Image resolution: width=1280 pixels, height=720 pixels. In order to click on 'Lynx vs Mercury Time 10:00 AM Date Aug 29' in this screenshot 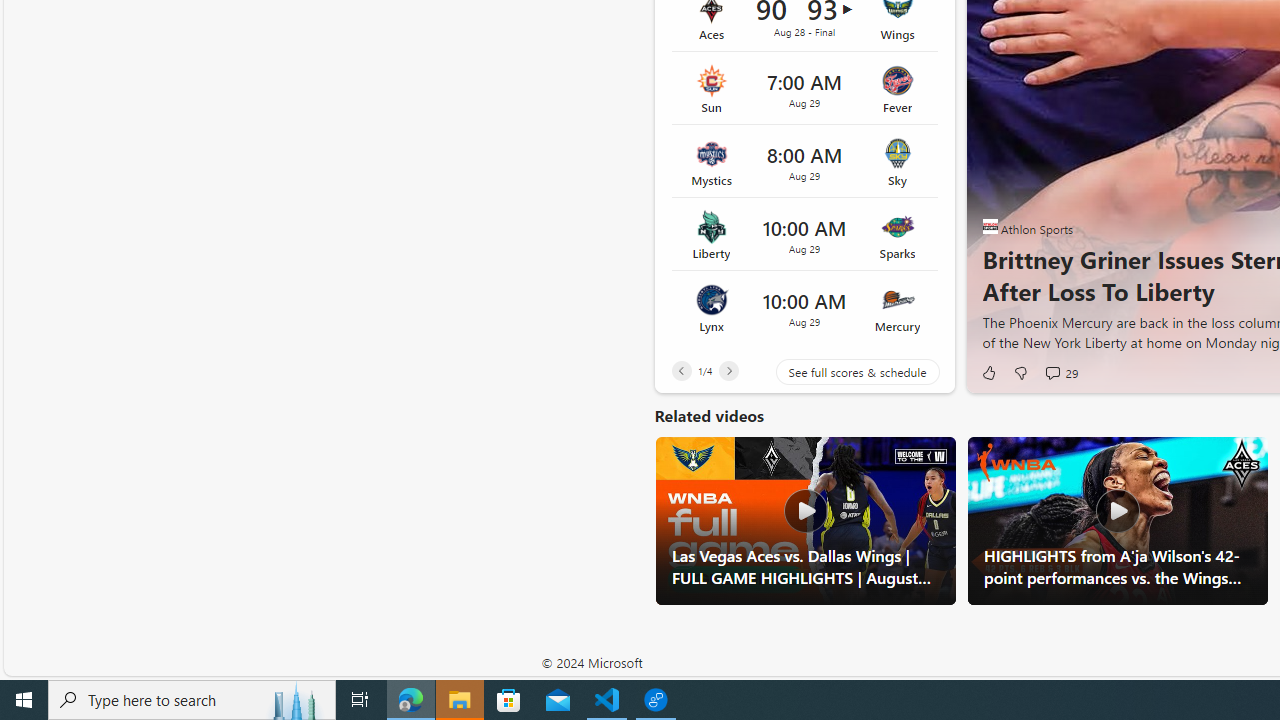, I will do `click(804, 307)`.